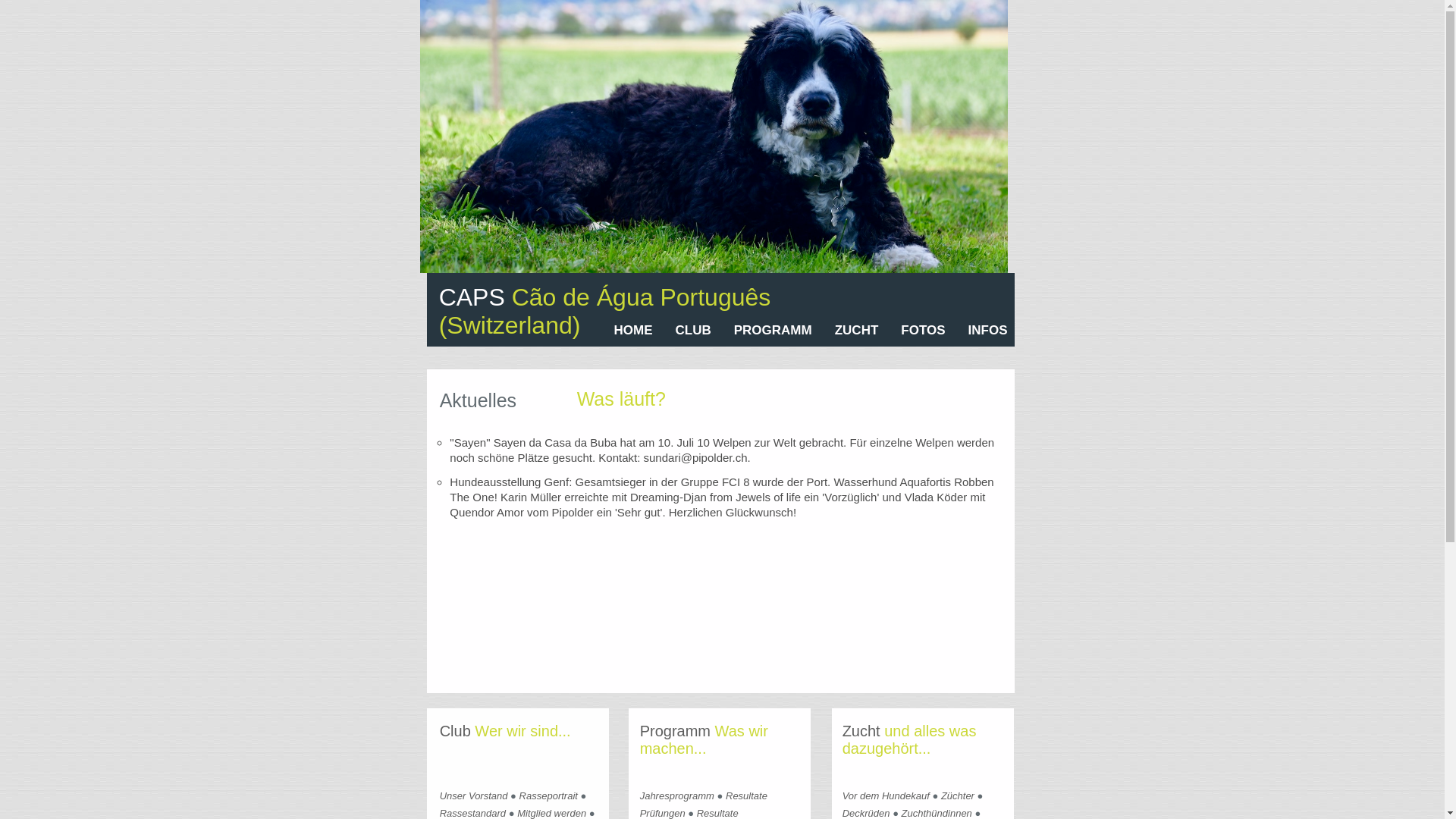 This screenshot has height=819, width=1456. Describe the element at coordinates (692, 329) in the screenshot. I see `'CLUB'` at that location.